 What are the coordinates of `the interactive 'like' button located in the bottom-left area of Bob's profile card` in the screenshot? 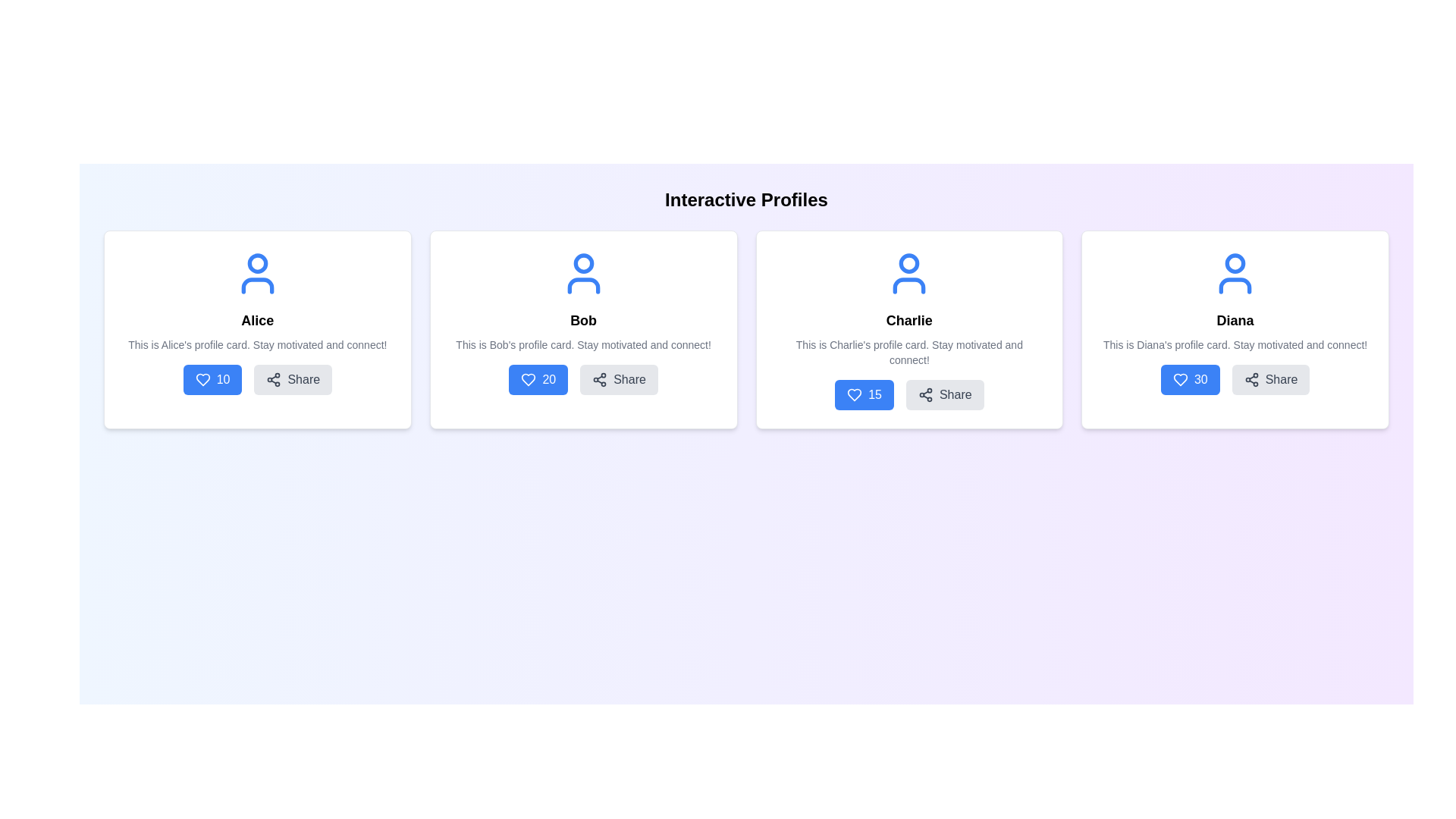 It's located at (538, 379).